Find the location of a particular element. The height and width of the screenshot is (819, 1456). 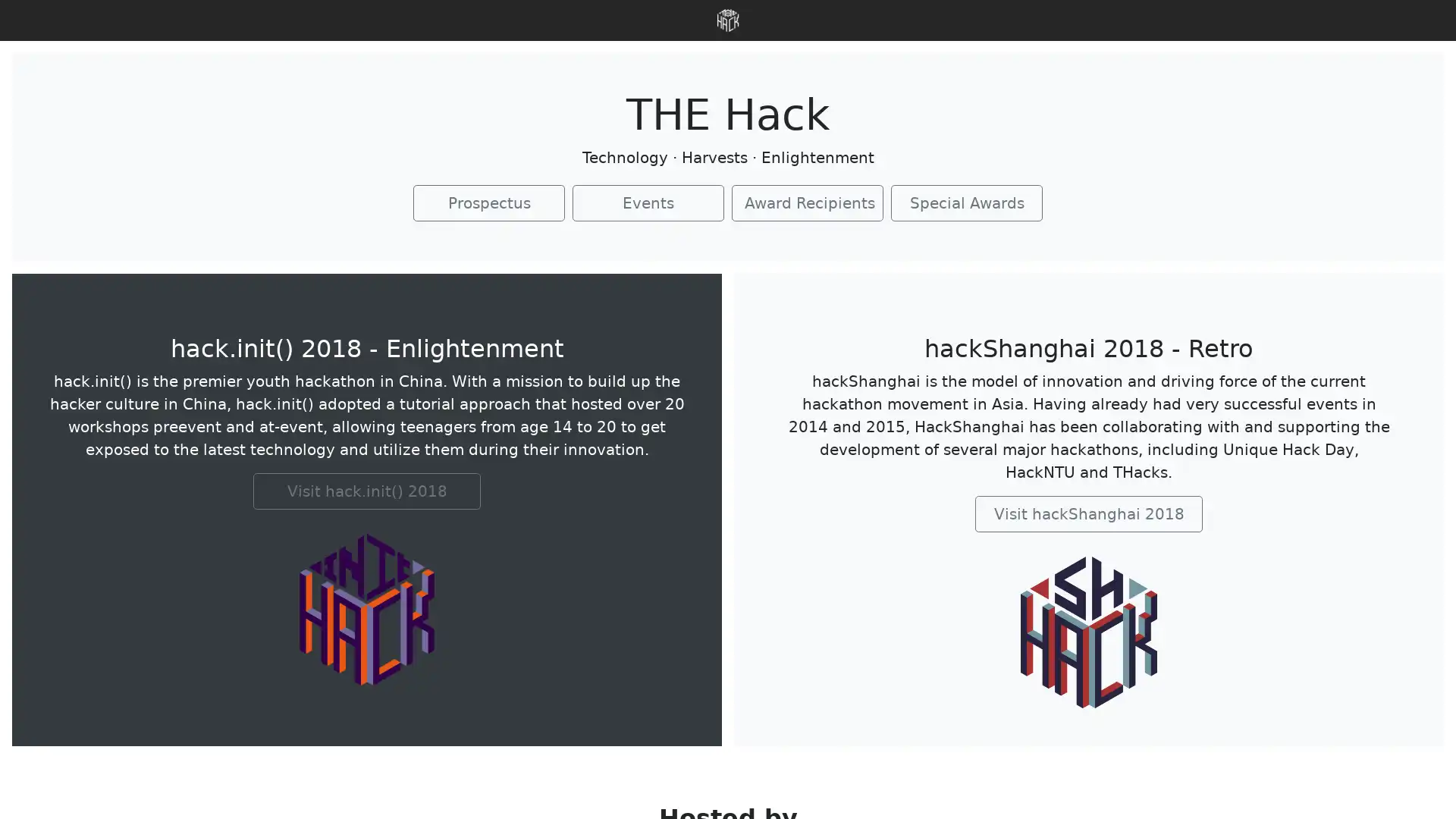

Visit hack.init() 2018 is located at coordinates (367, 491).